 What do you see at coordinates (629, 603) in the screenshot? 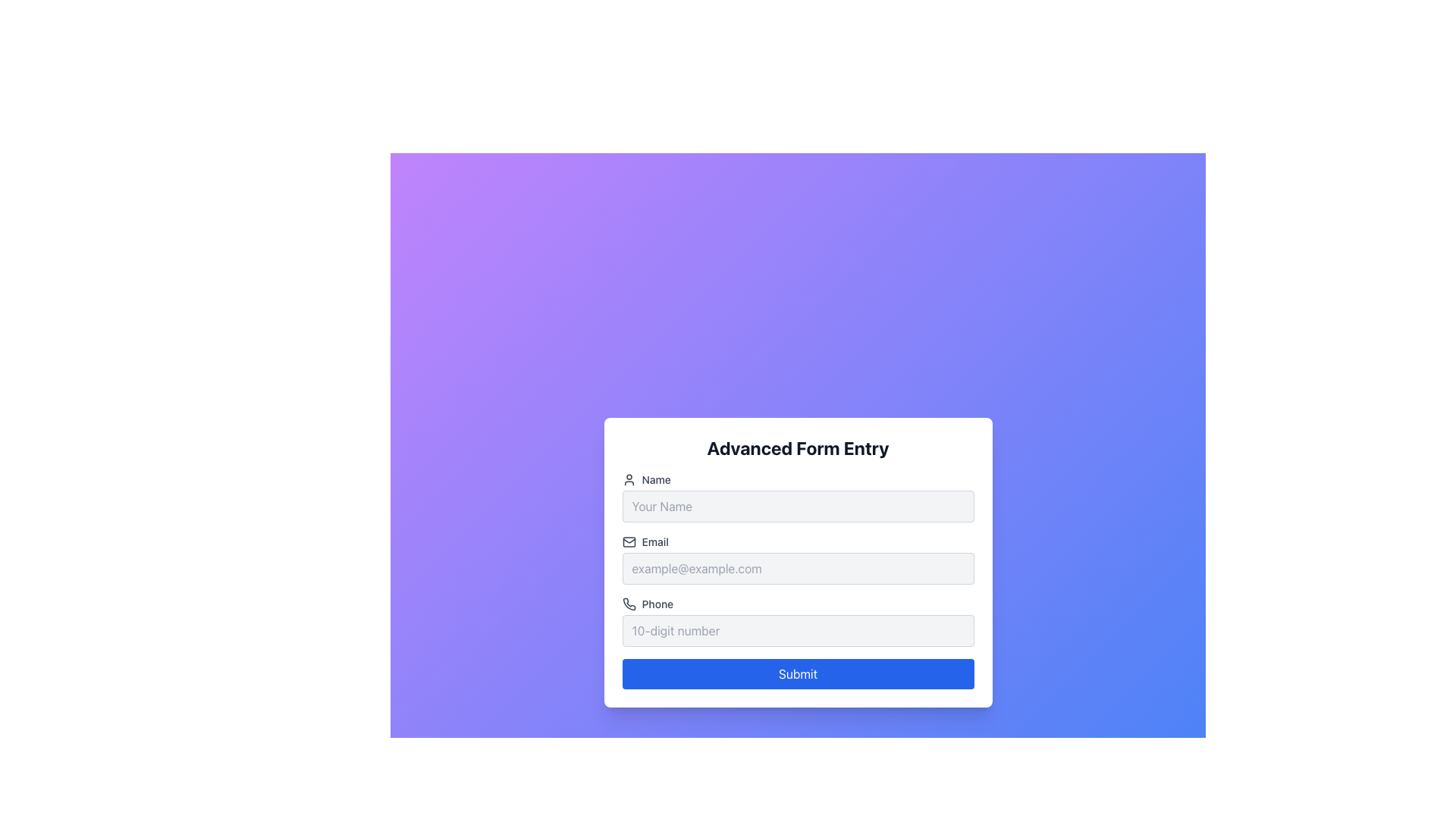
I see `the phone icon within the input field labeled 'Phone' to signify its purpose for collecting a phone number` at bounding box center [629, 603].